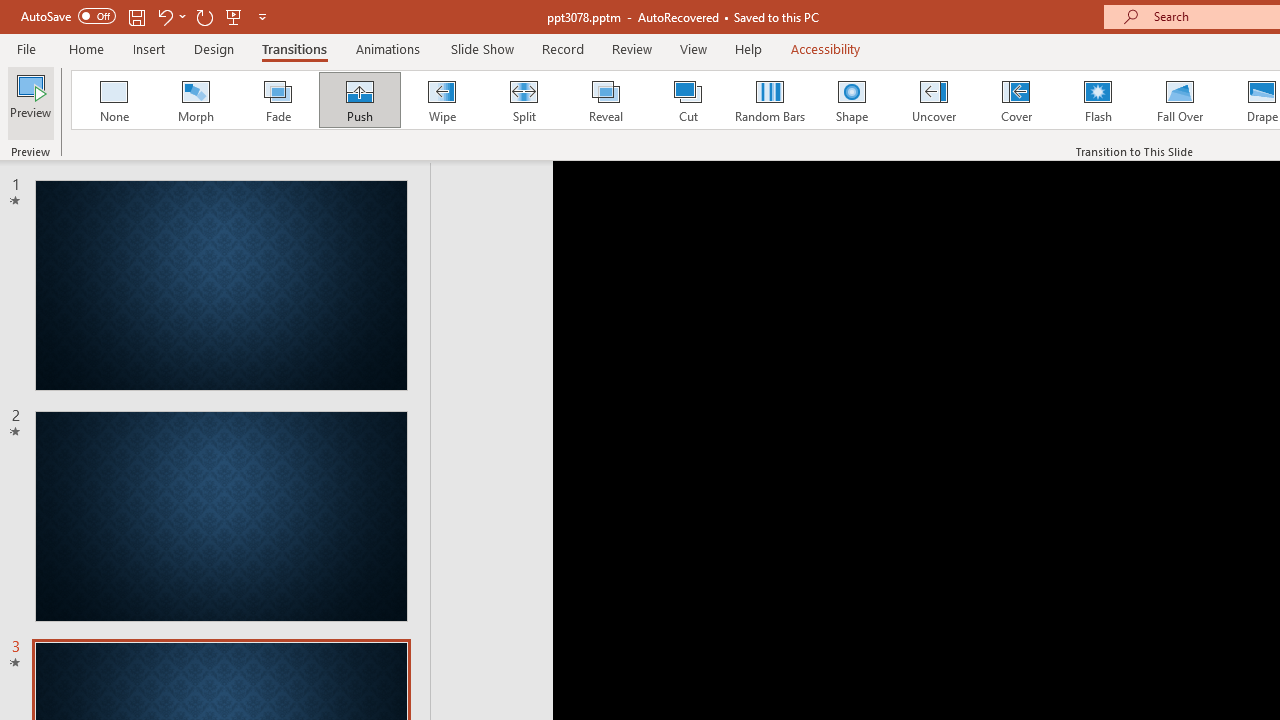 The height and width of the screenshot is (720, 1280). I want to click on 'None', so click(112, 100).